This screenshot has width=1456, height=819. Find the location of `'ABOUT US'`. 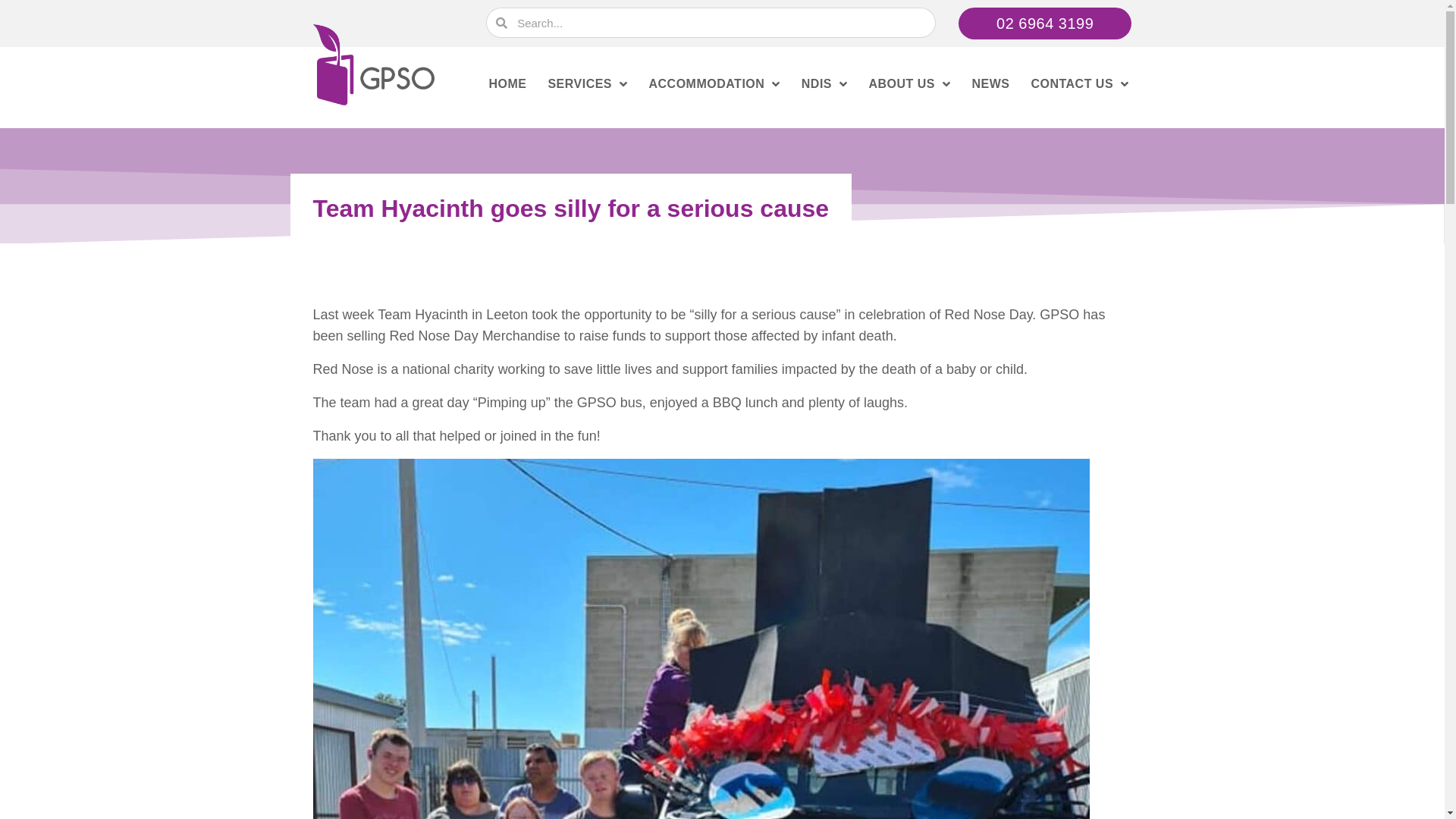

'ABOUT US' is located at coordinates (909, 84).